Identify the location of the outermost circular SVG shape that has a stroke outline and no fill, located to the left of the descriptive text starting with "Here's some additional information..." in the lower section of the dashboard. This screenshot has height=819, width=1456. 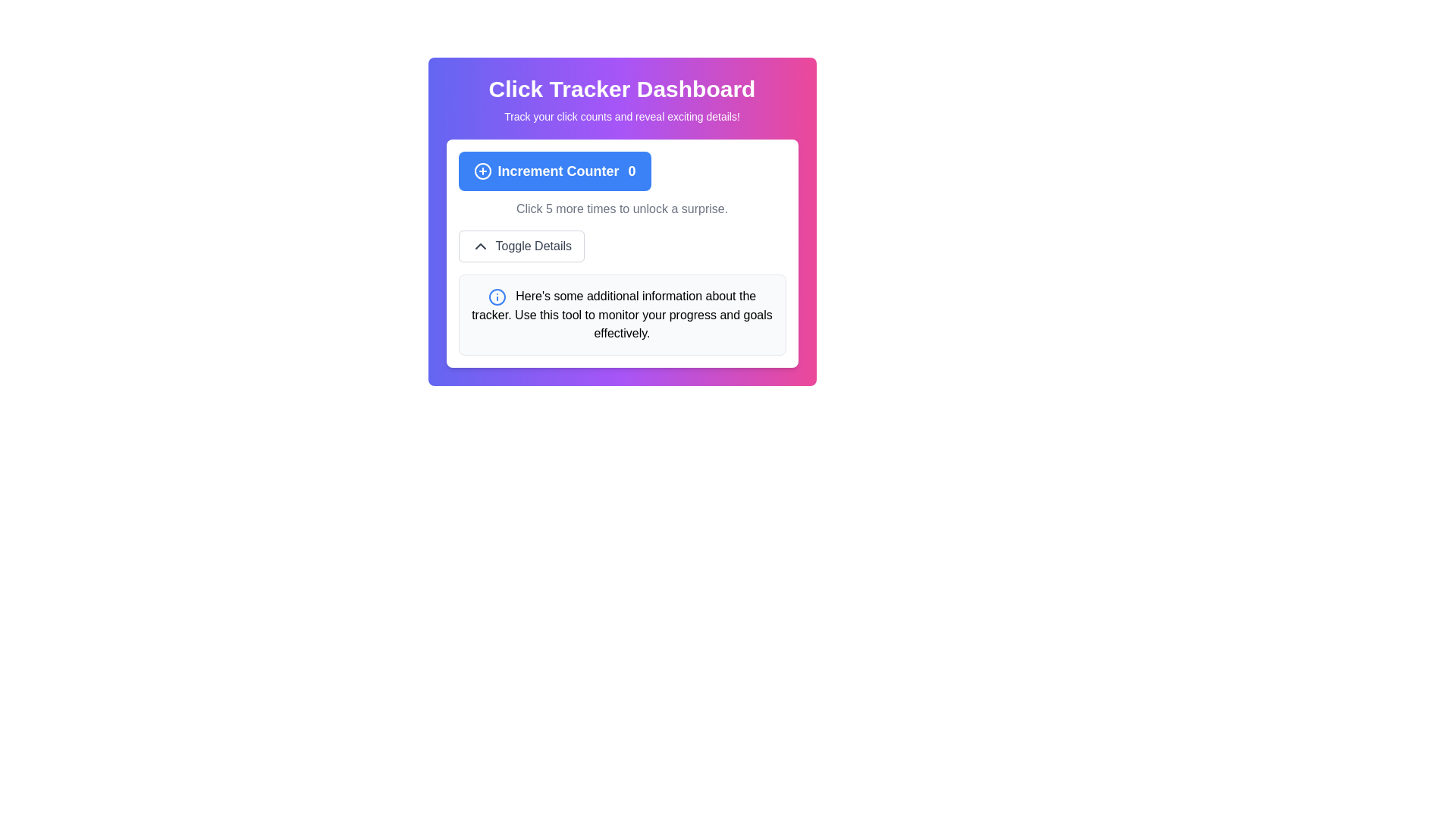
(497, 297).